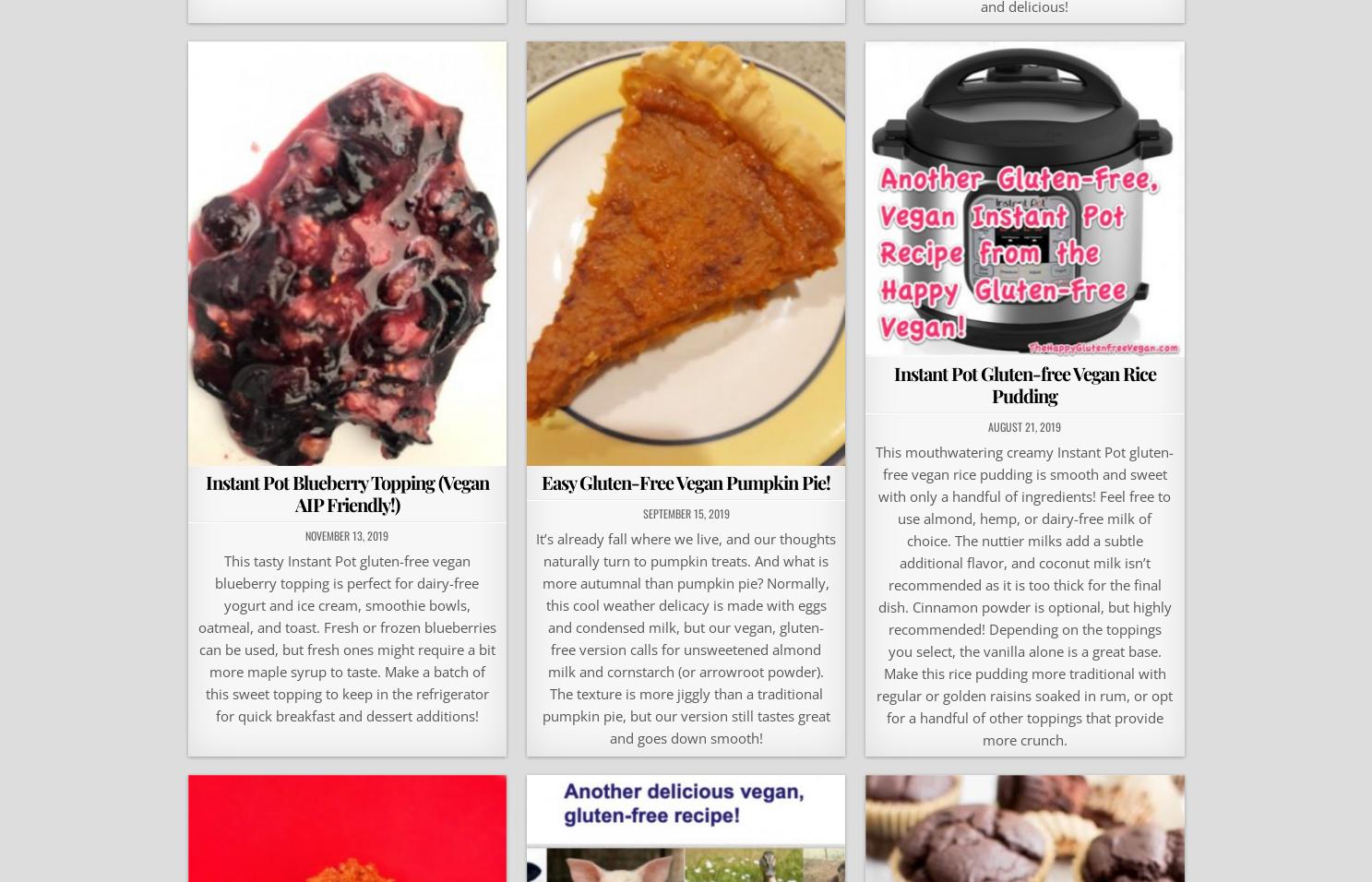  Describe the element at coordinates (685, 512) in the screenshot. I see `'September 15, 2019'` at that location.